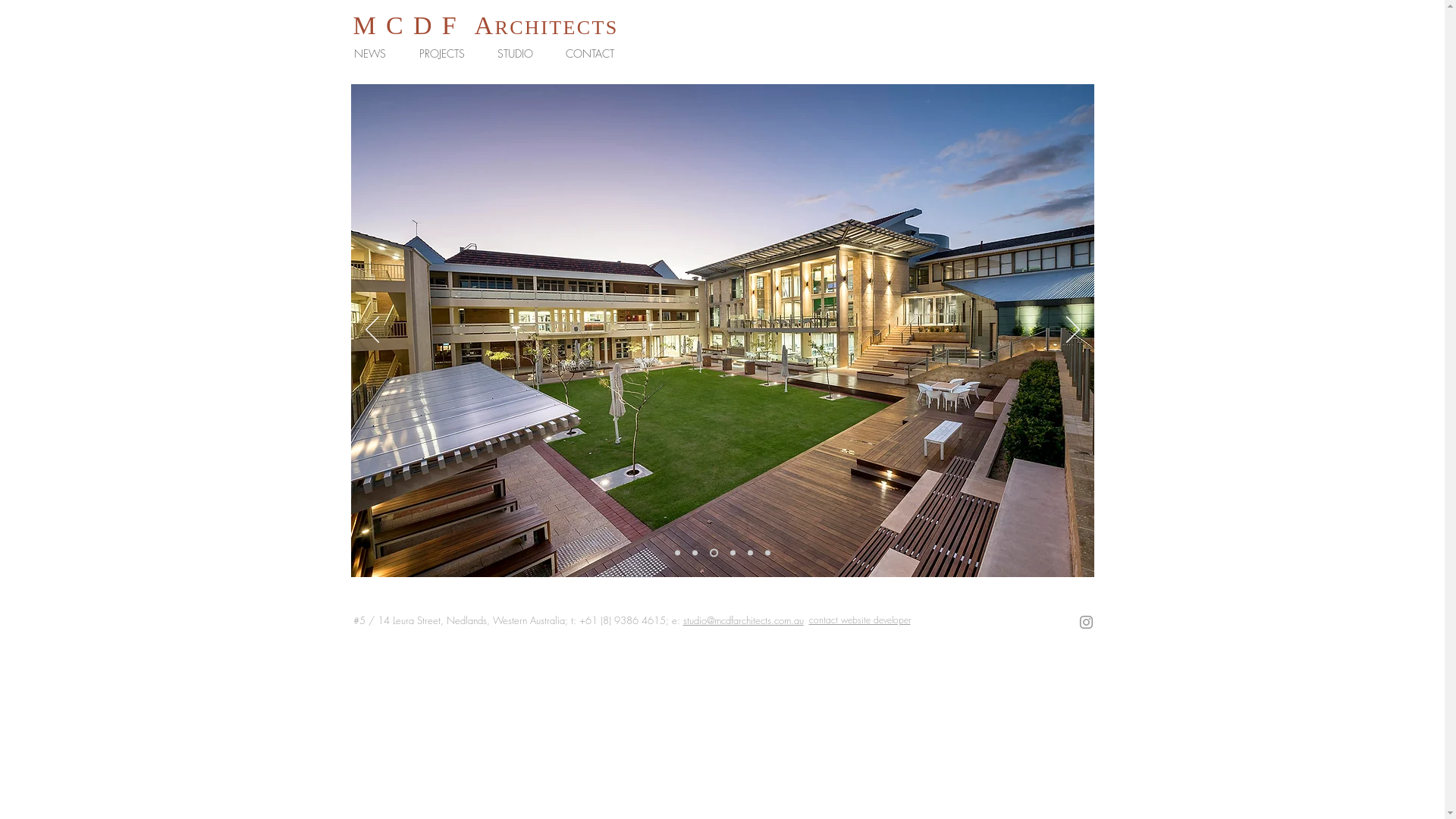 Image resolution: width=1456 pixels, height=819 pixels. I want to click on 'M C D F', so click(406, 25).